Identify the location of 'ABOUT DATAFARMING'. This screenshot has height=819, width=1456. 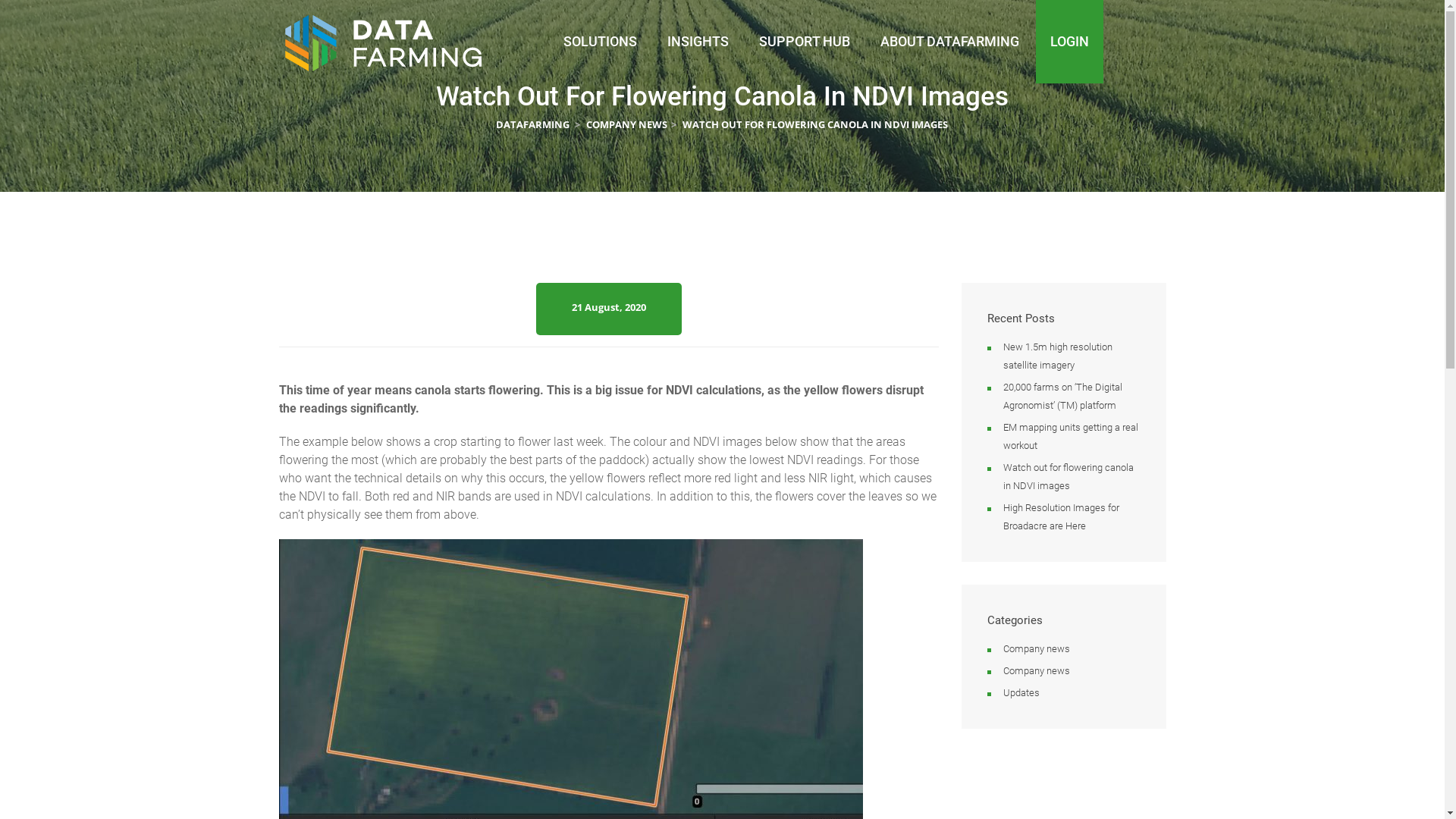
(948, 40).